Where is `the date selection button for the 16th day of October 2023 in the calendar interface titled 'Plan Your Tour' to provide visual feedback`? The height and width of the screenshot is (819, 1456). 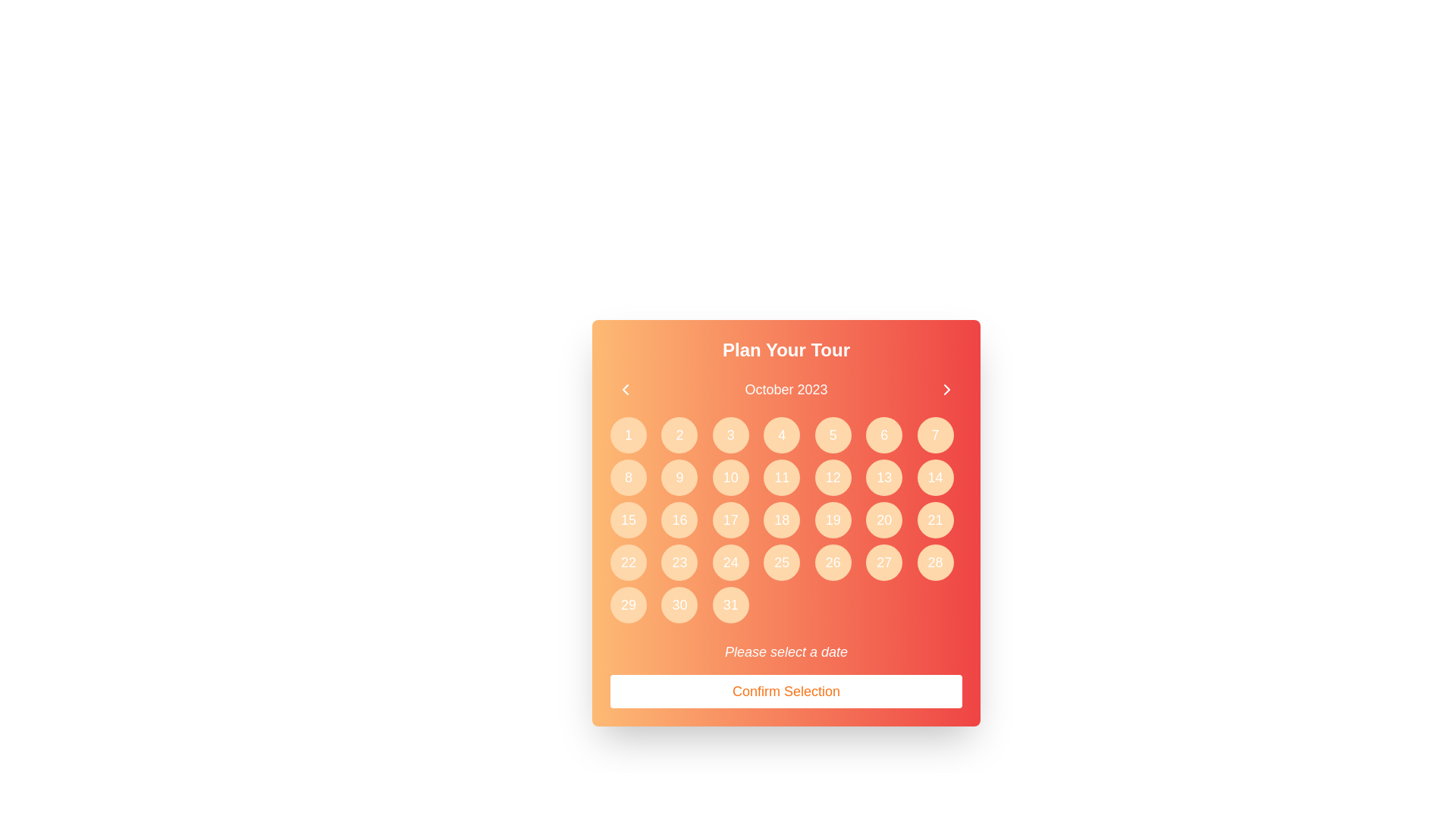 the date selection button for the 16th day of October 2023 in the calendar interface titled 'Plan Your Tour' to provide visual feedback is located at coordinates (679, 519).